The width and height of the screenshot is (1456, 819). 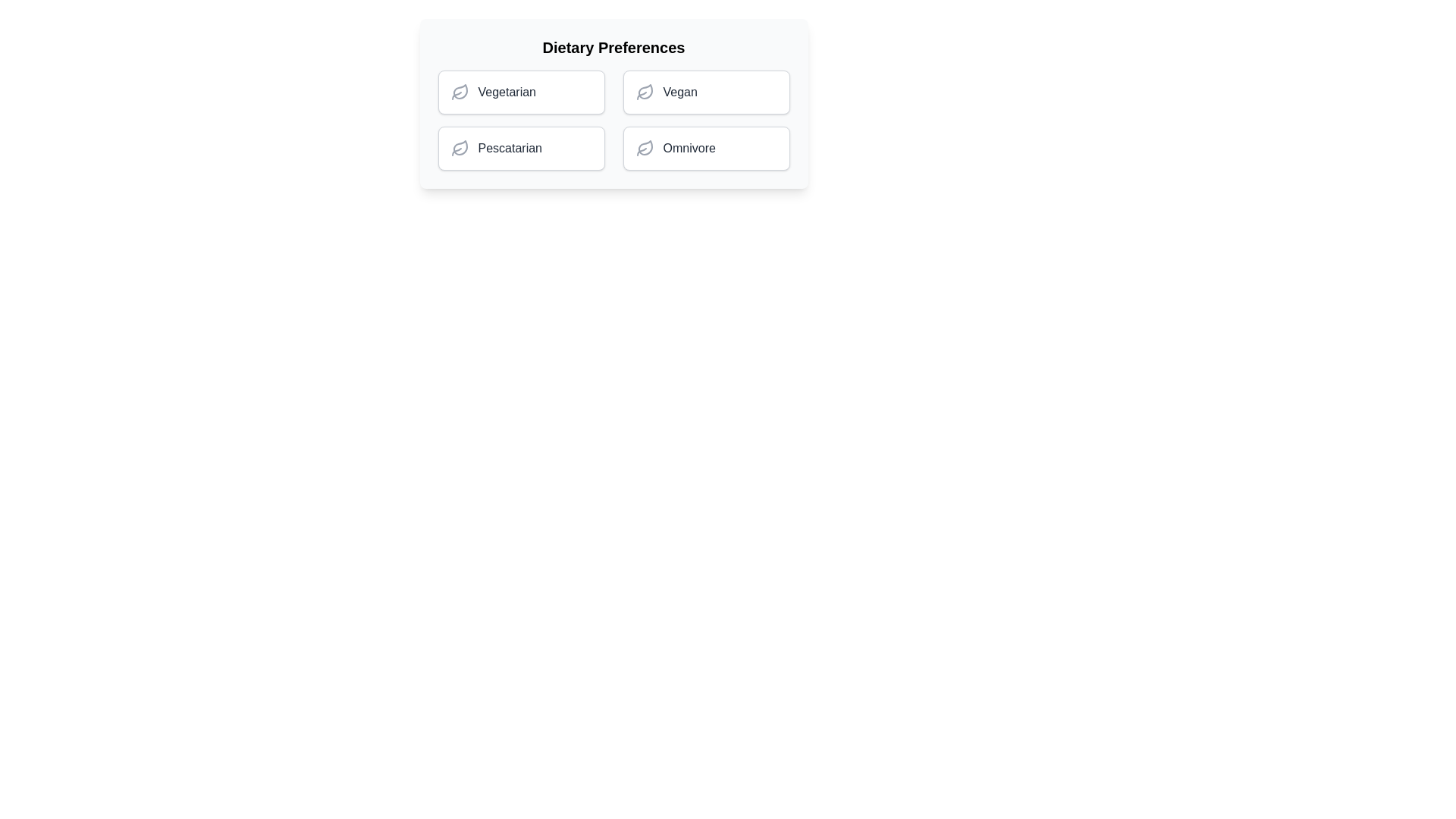 I want to click on the Pescatarian dietary preference icon located to the left of the text 'Pescatarian', so click(x=459, y=149).